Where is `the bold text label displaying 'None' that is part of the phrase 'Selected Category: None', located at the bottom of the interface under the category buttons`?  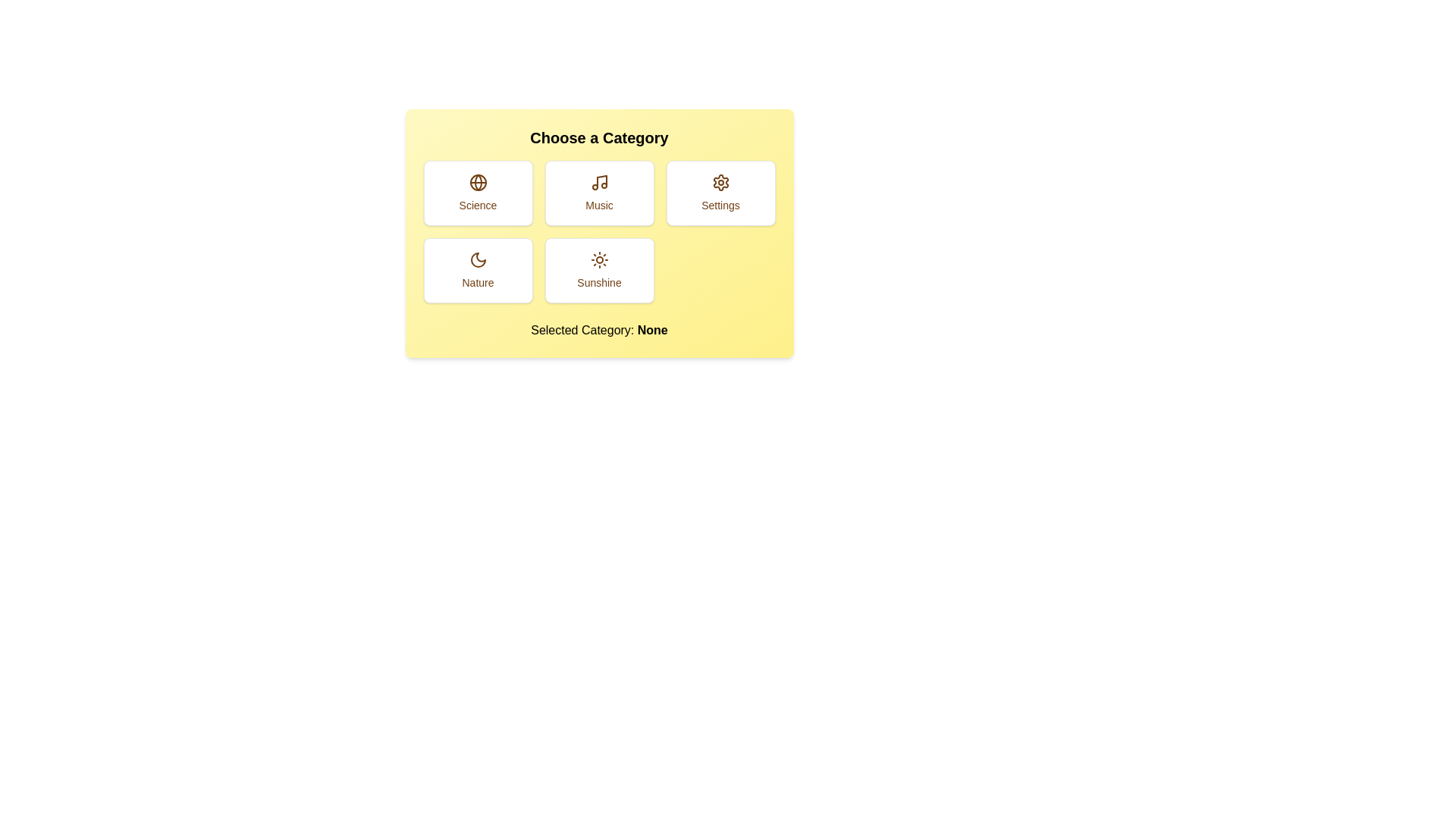
the bold text label displaying 'None' that is part of the phrase 'Selected Category: None', located at the bottom of the interface under the category buttons is located at coordinates (652, 329).